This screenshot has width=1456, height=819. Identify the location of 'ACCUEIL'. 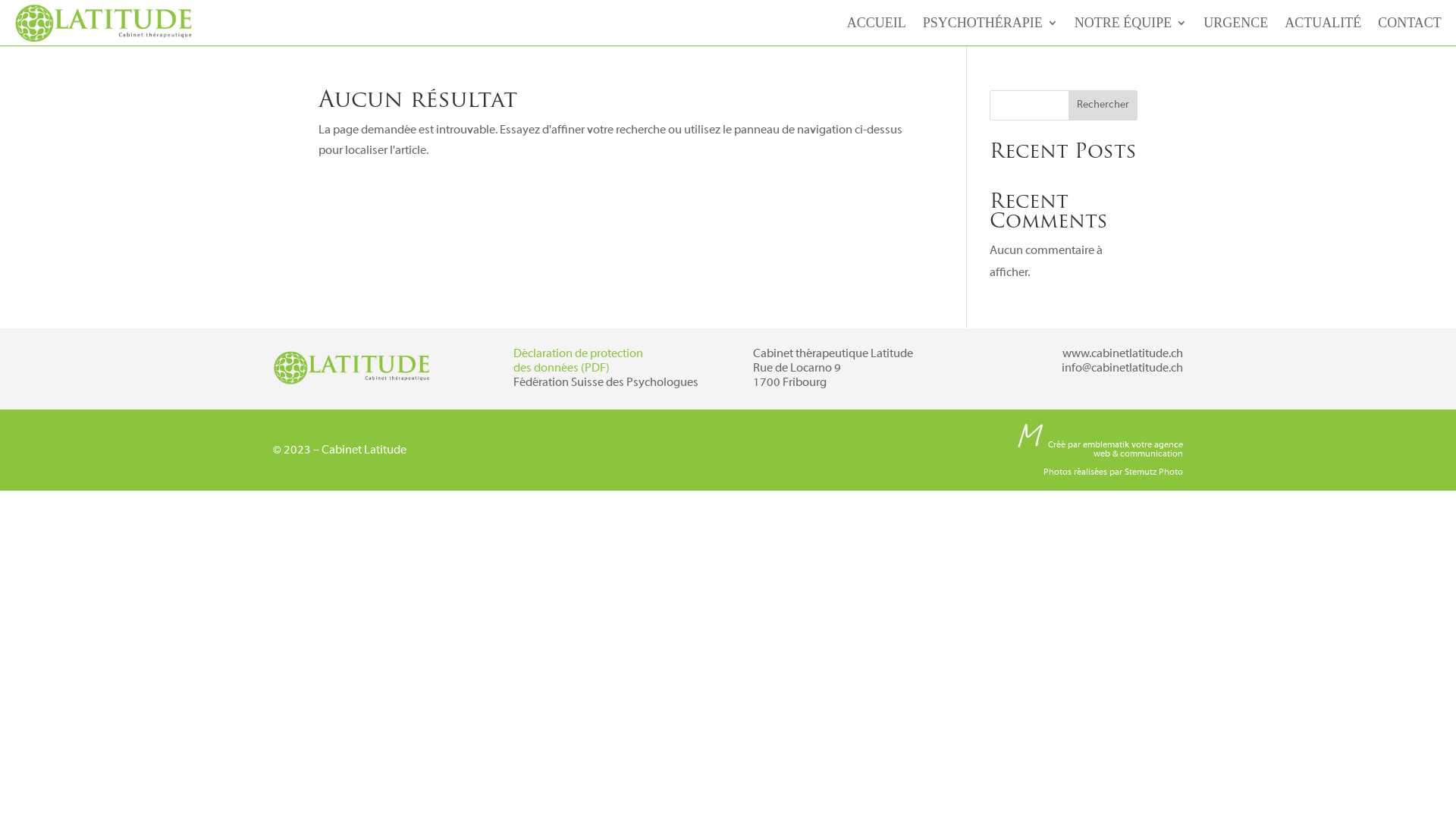
(877, 26).